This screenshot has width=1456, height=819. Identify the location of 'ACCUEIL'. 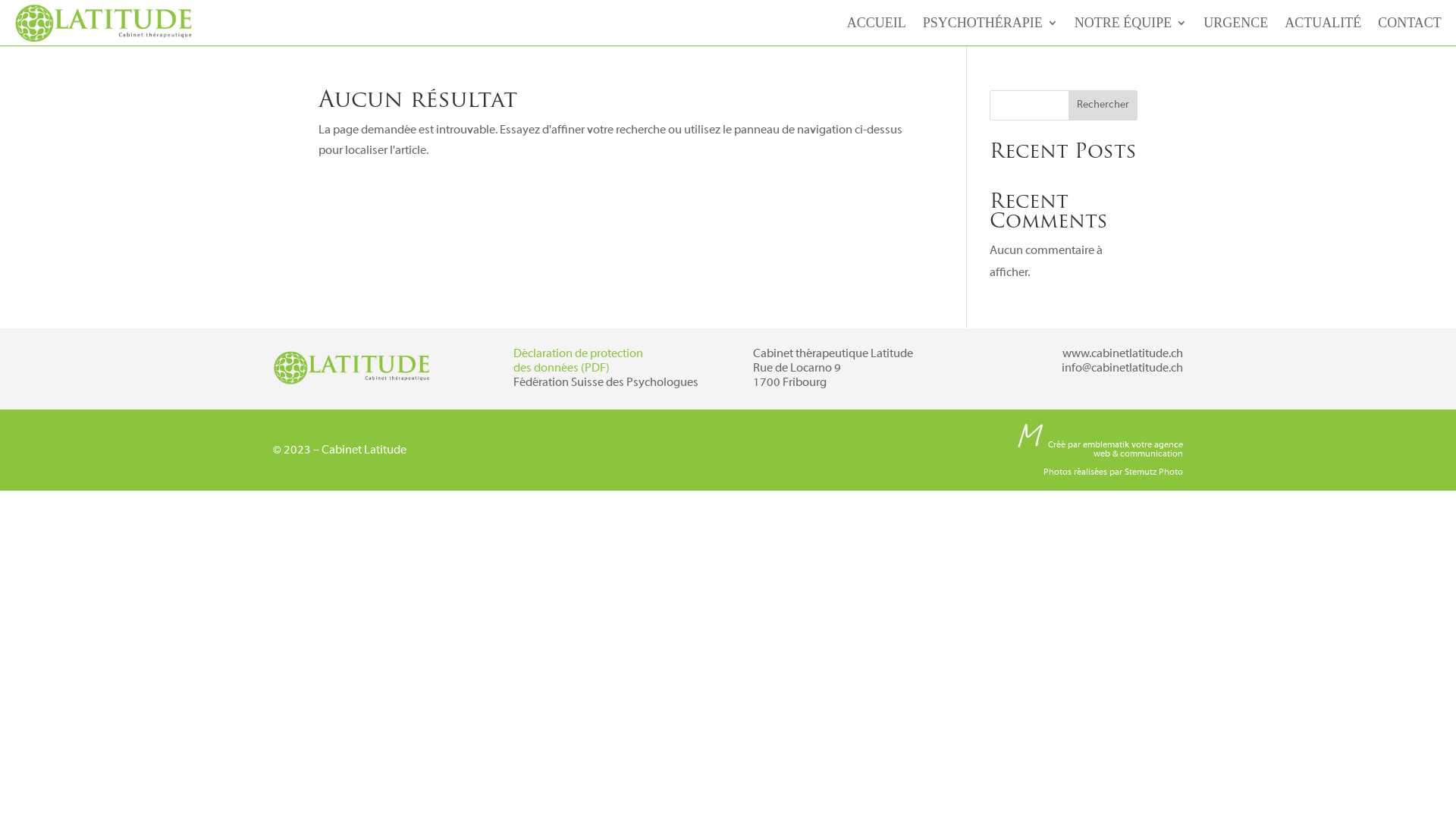
(877, 26).